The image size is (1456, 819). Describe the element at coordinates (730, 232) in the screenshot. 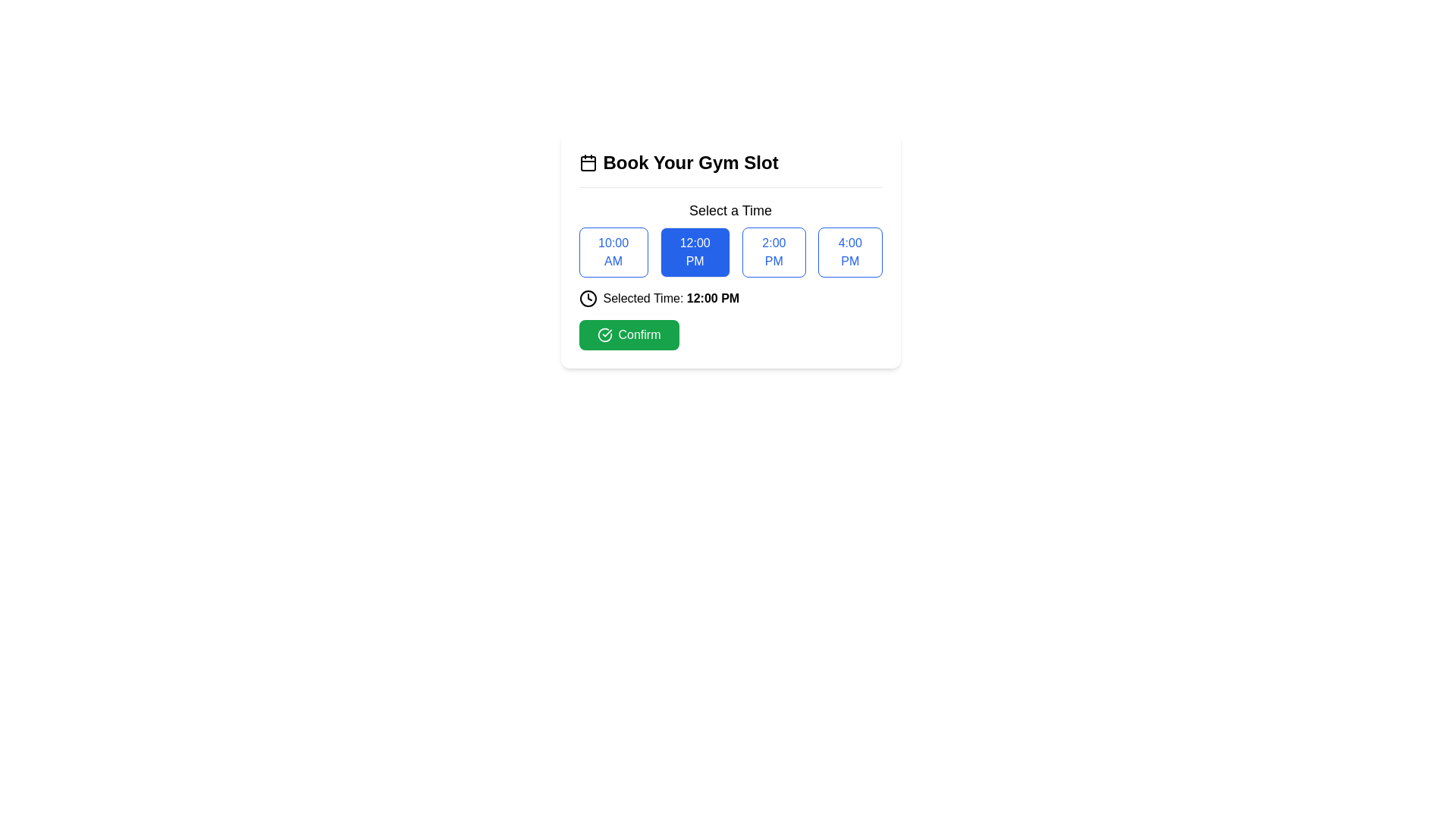

I see `the button indicating the currently selected time slot '12:00 PM' in the time selection interface, located below the 'Select a Time' title` at that location.